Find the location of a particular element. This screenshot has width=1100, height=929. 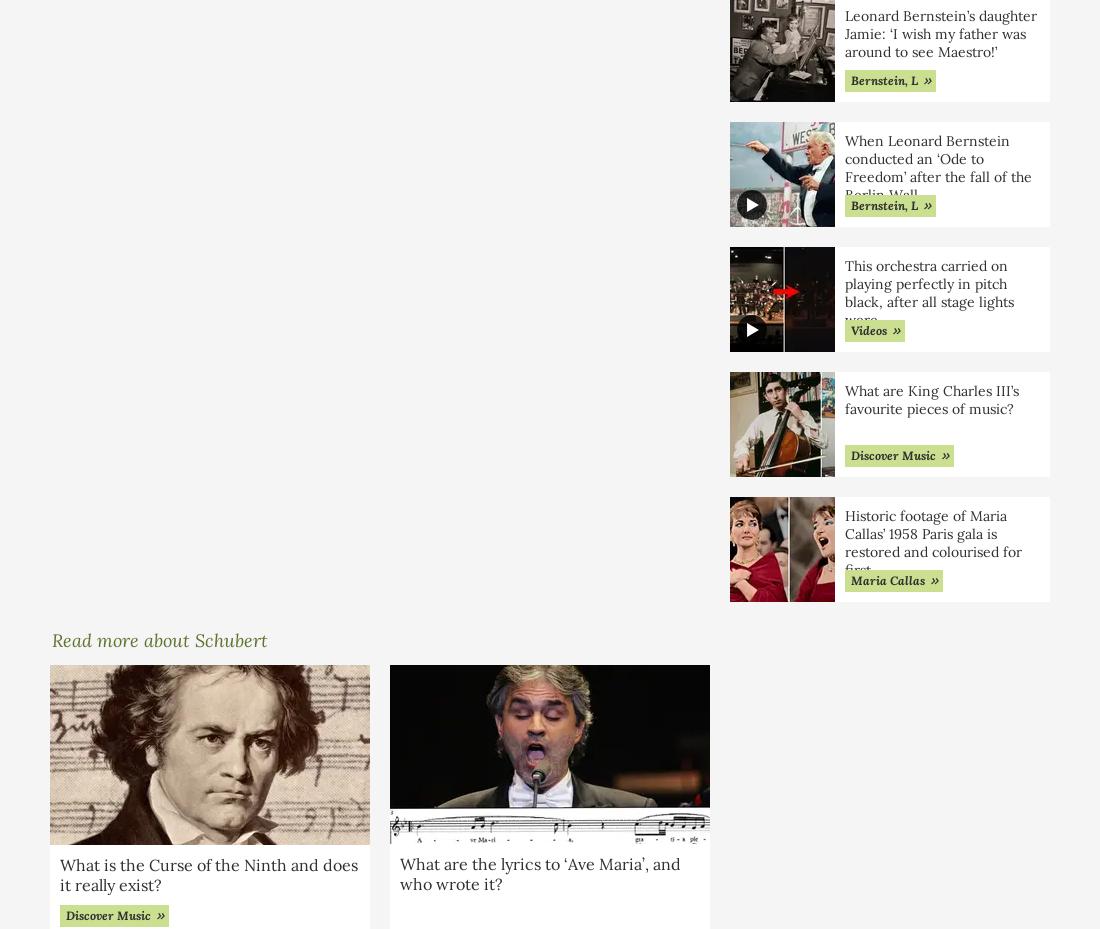

'When Leonard Bernstein conducted an ‘Ode to Freedom’ after the fall of the Berlin Wall' is located at coordinates (844, 167).